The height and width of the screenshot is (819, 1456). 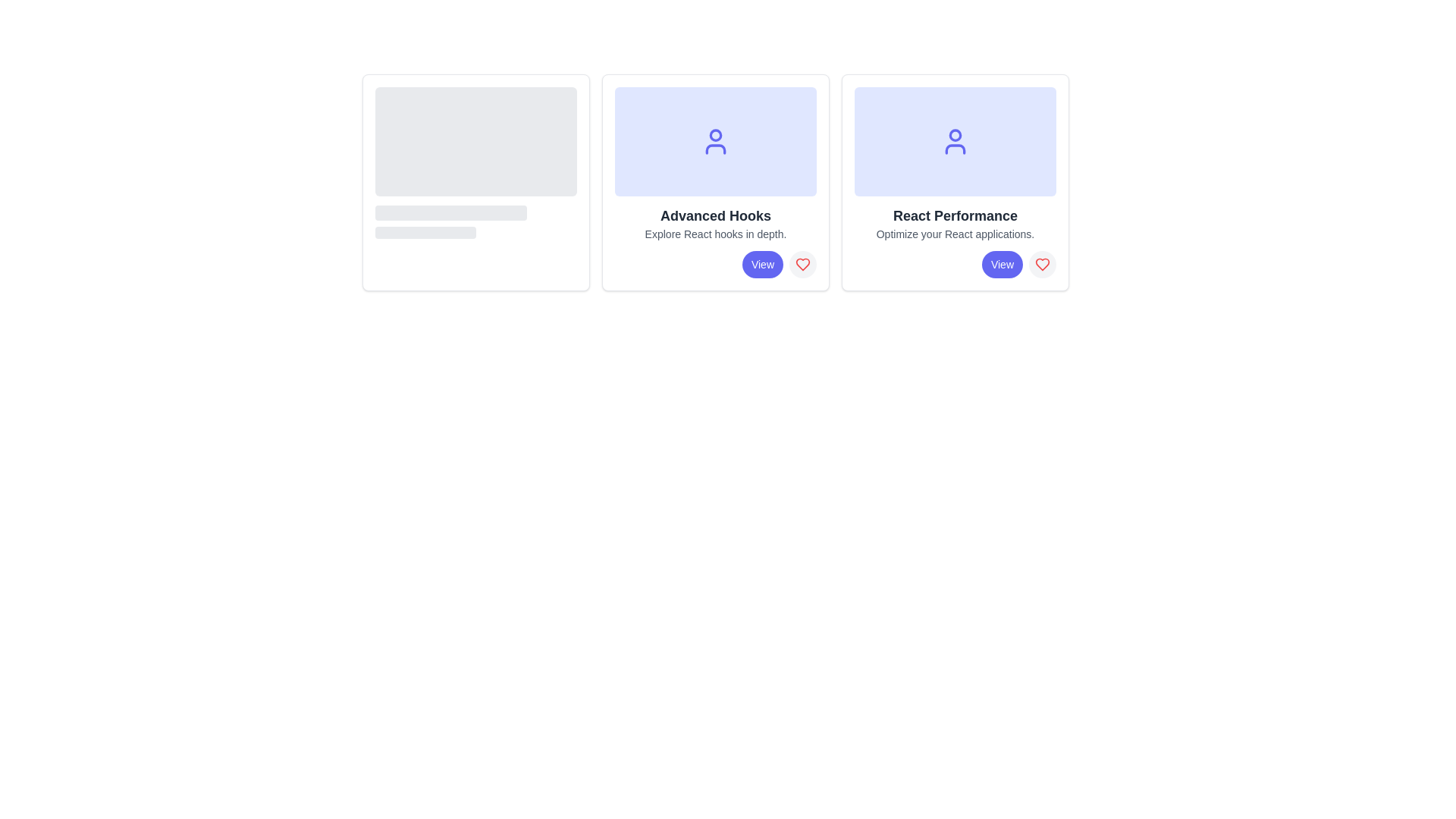 I want to click on the favorite icon located at the bottom-right corner of the 'React Performance' card to mark it as a favorite, so click(x=1041, y=263).